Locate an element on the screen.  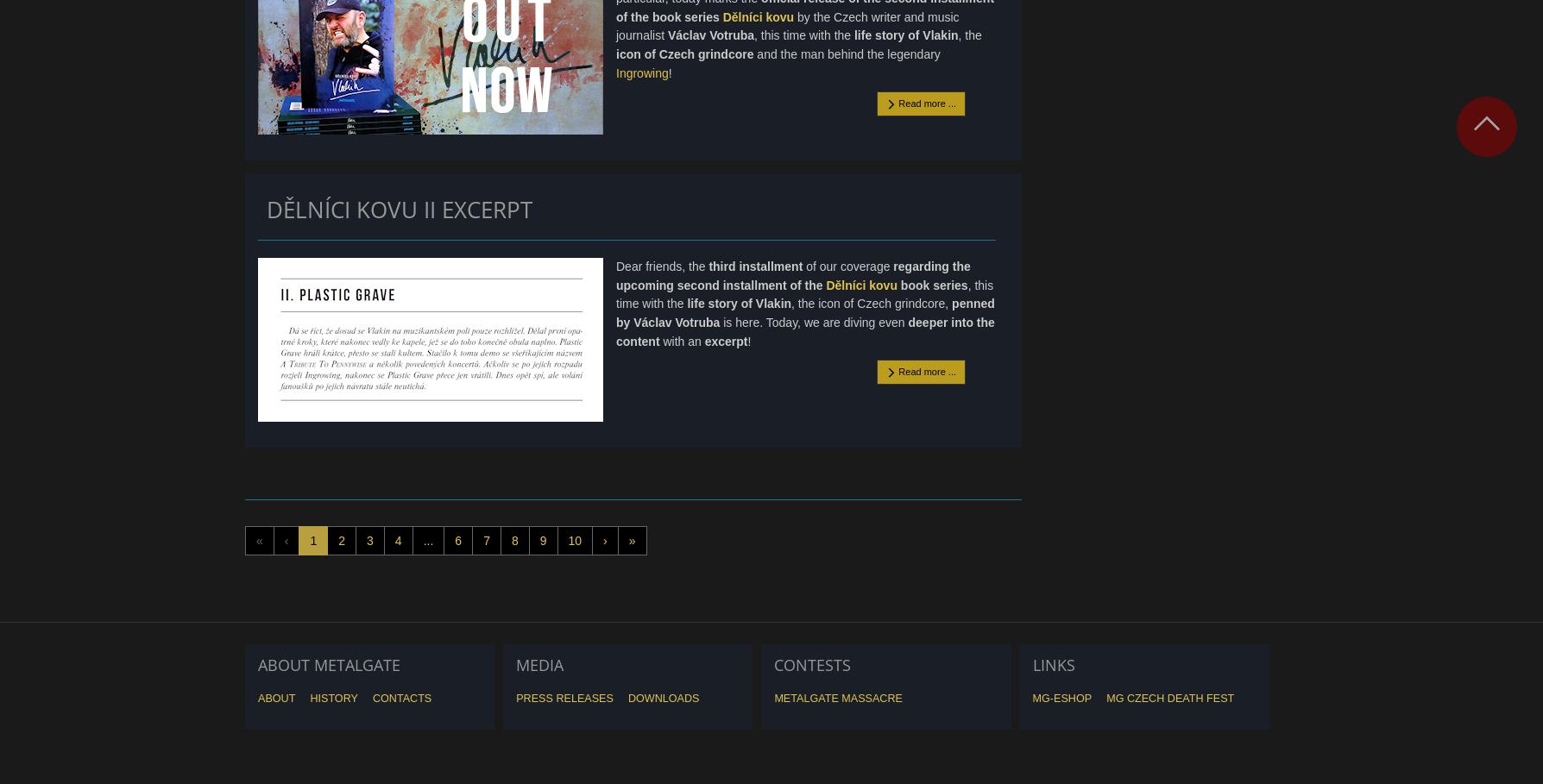
'MG Czech Death Fest' is located at coordinates (1170, 699).